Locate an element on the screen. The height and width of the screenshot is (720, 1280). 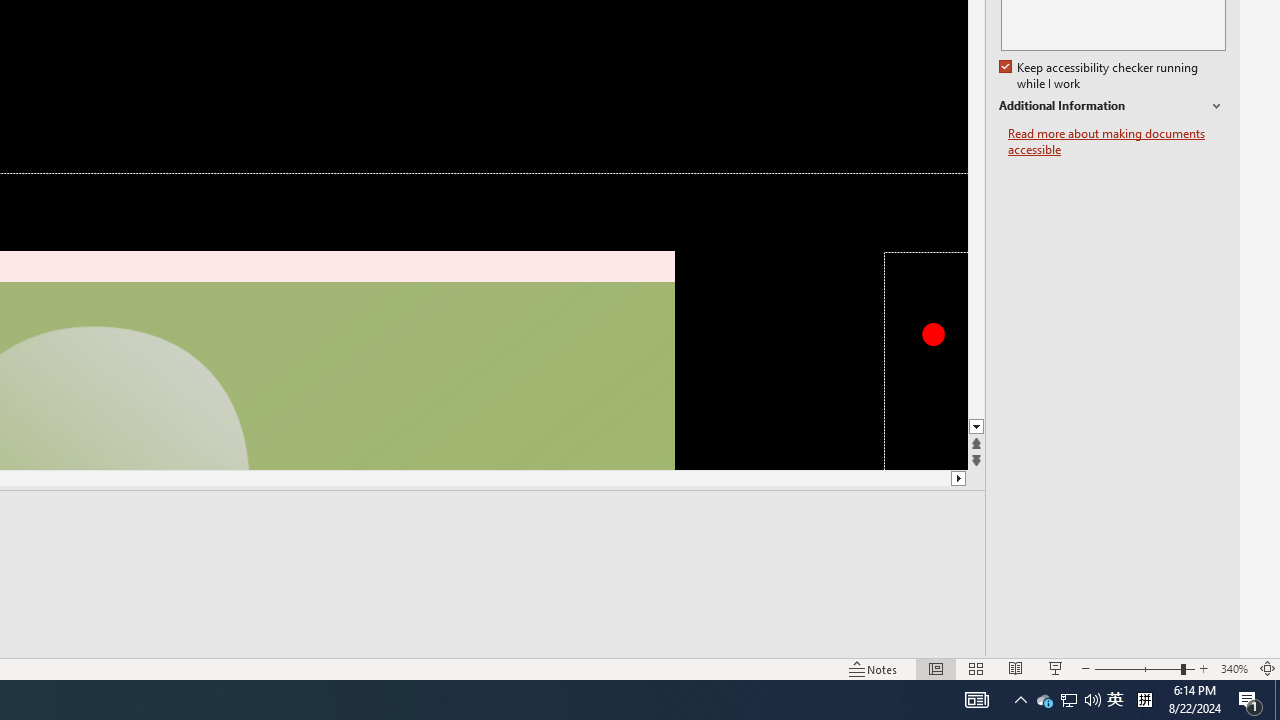
'Keep accessibility checker running while I work' is located at coordinates (1099, 75).